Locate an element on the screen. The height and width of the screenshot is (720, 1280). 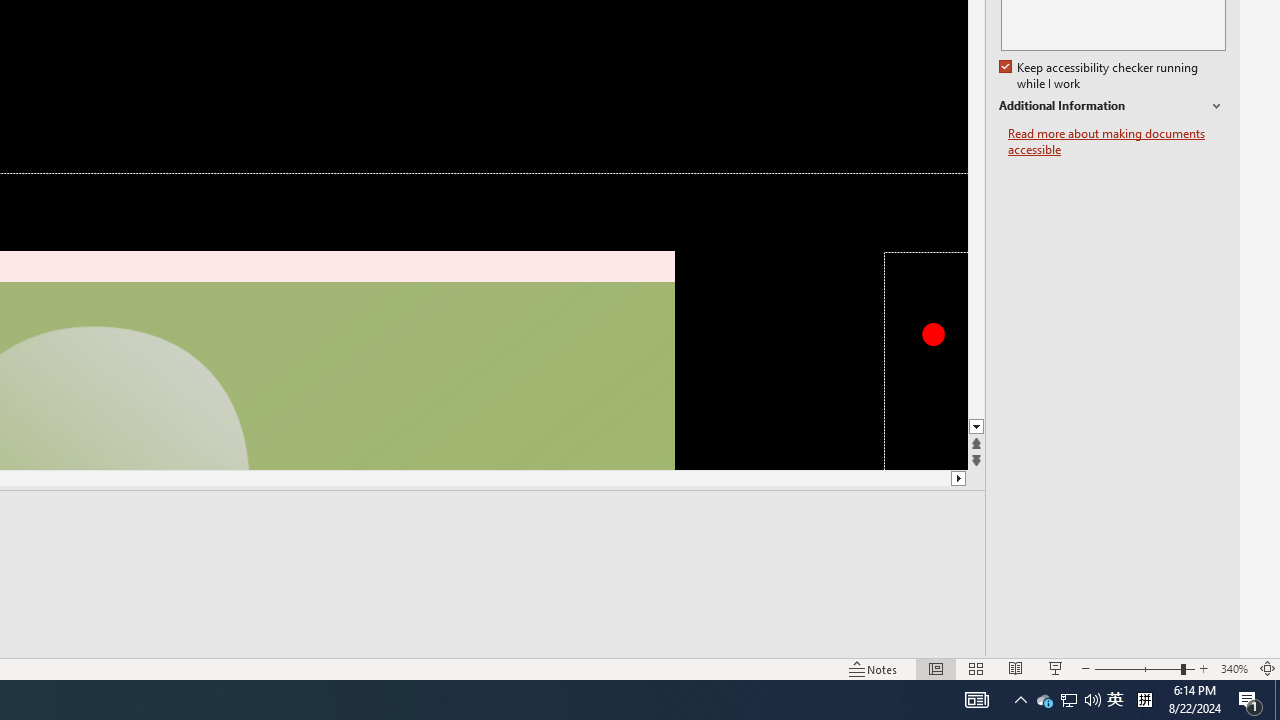
'Keep accessibility checker running while I work' is located at coordinates (1099, 75).